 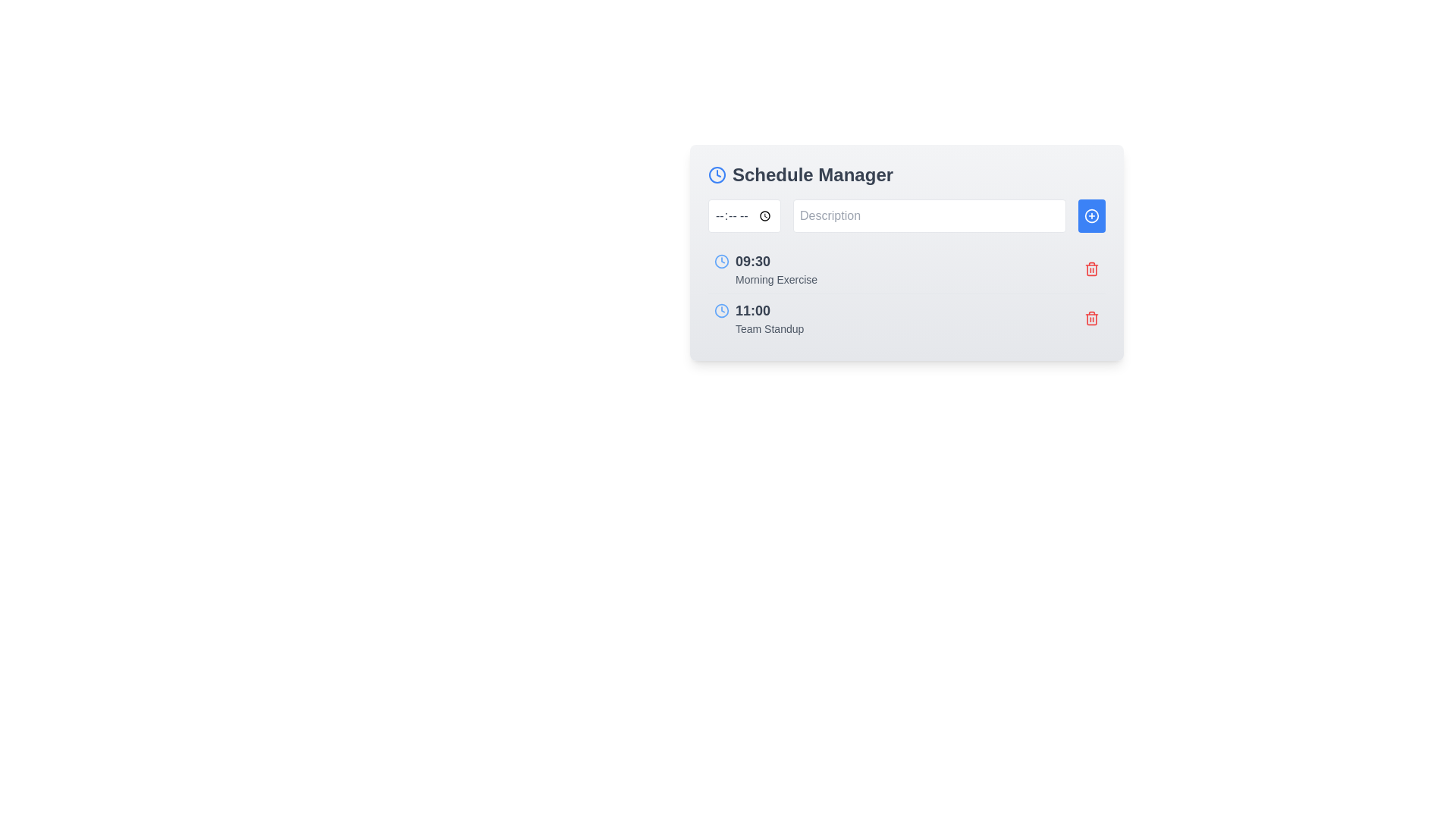 I want to click on the button to add or create a new schedule entry located to the right of the text input field within the 'Schedule Manager' section, so click(x=1092, y=216).